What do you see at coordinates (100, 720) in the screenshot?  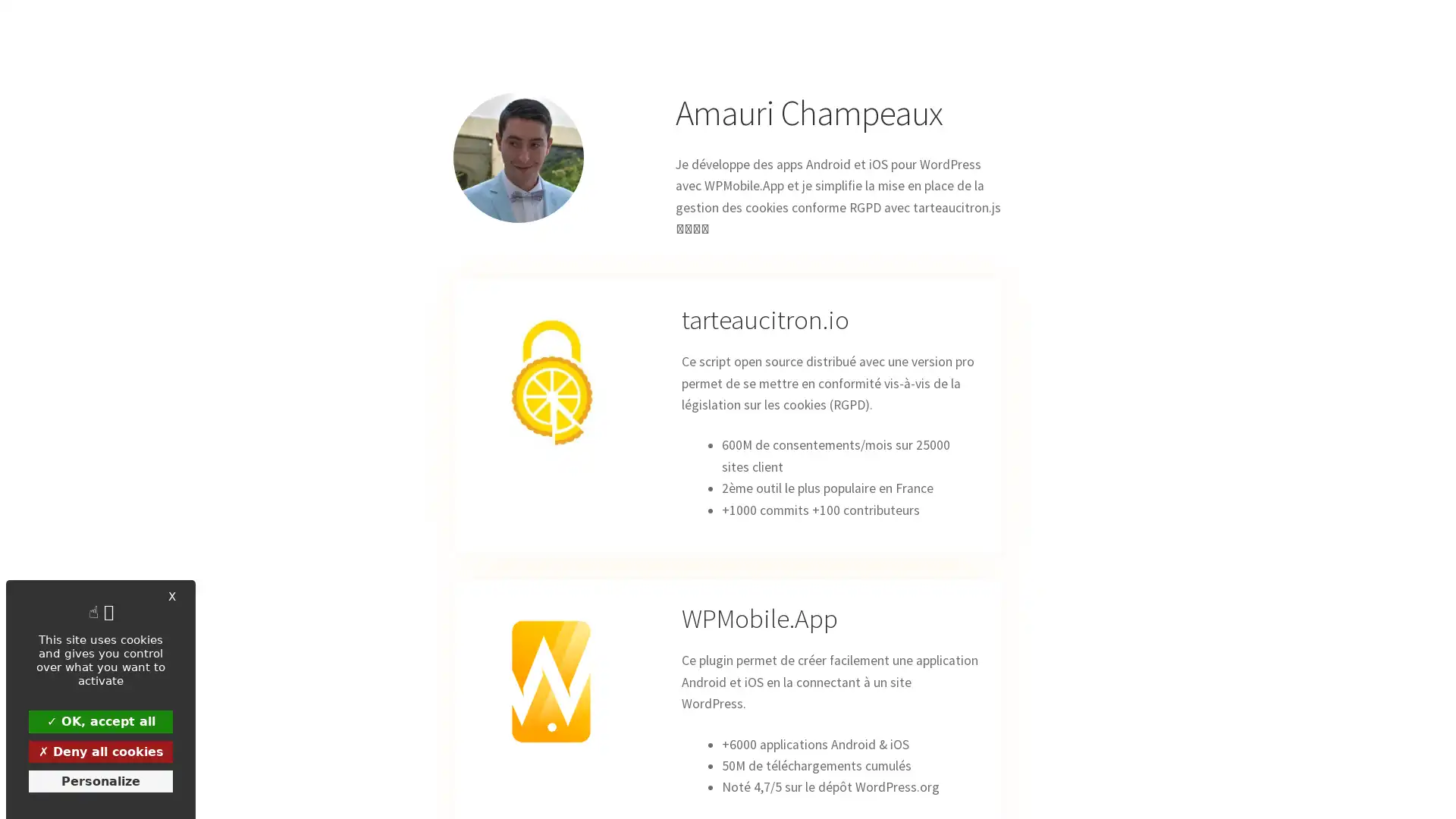 I see `OK, accept all` at bounding box center [100, 720].